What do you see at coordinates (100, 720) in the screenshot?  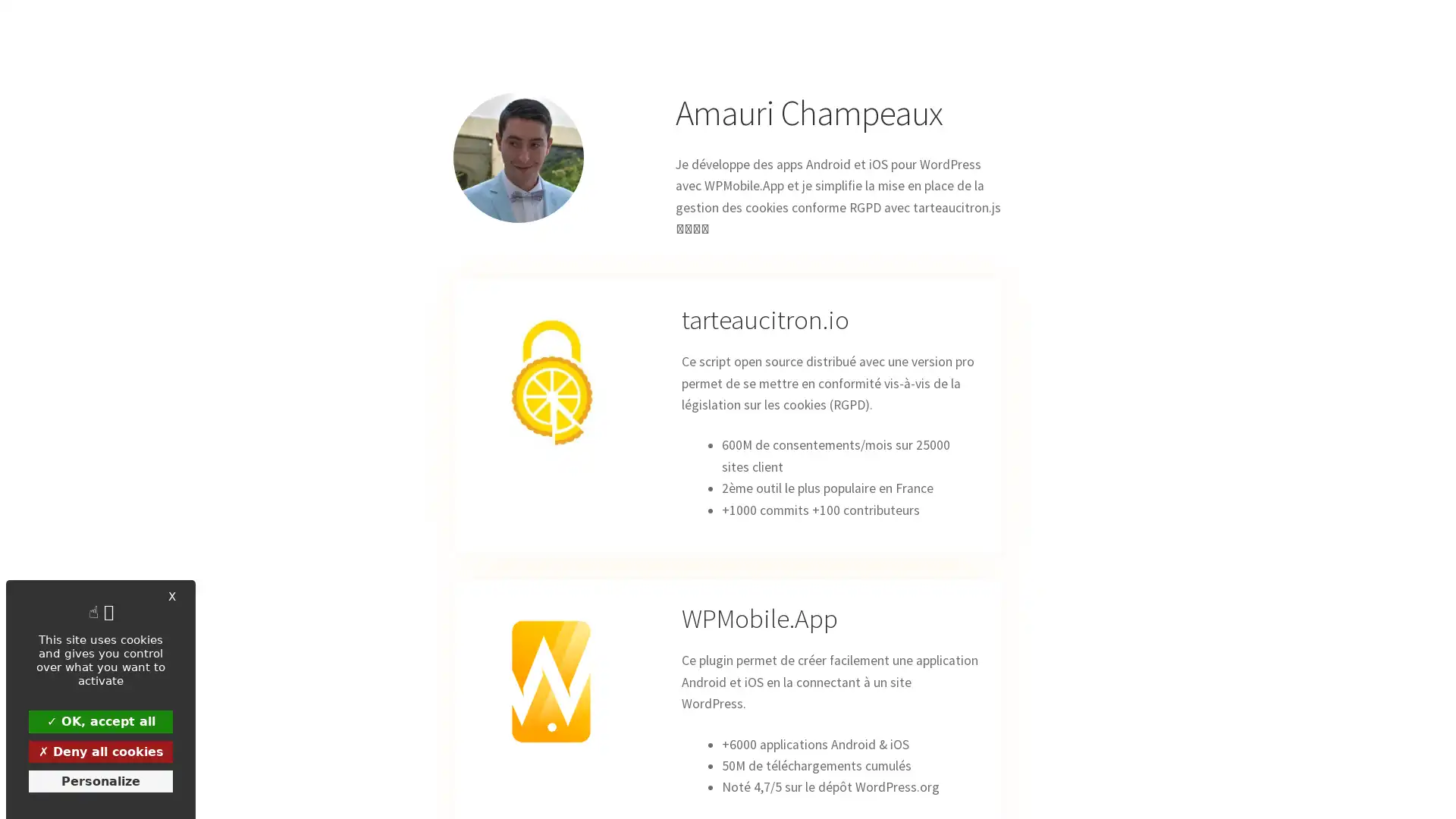 I see `OK, accept all` at bounding box center [100, 720].